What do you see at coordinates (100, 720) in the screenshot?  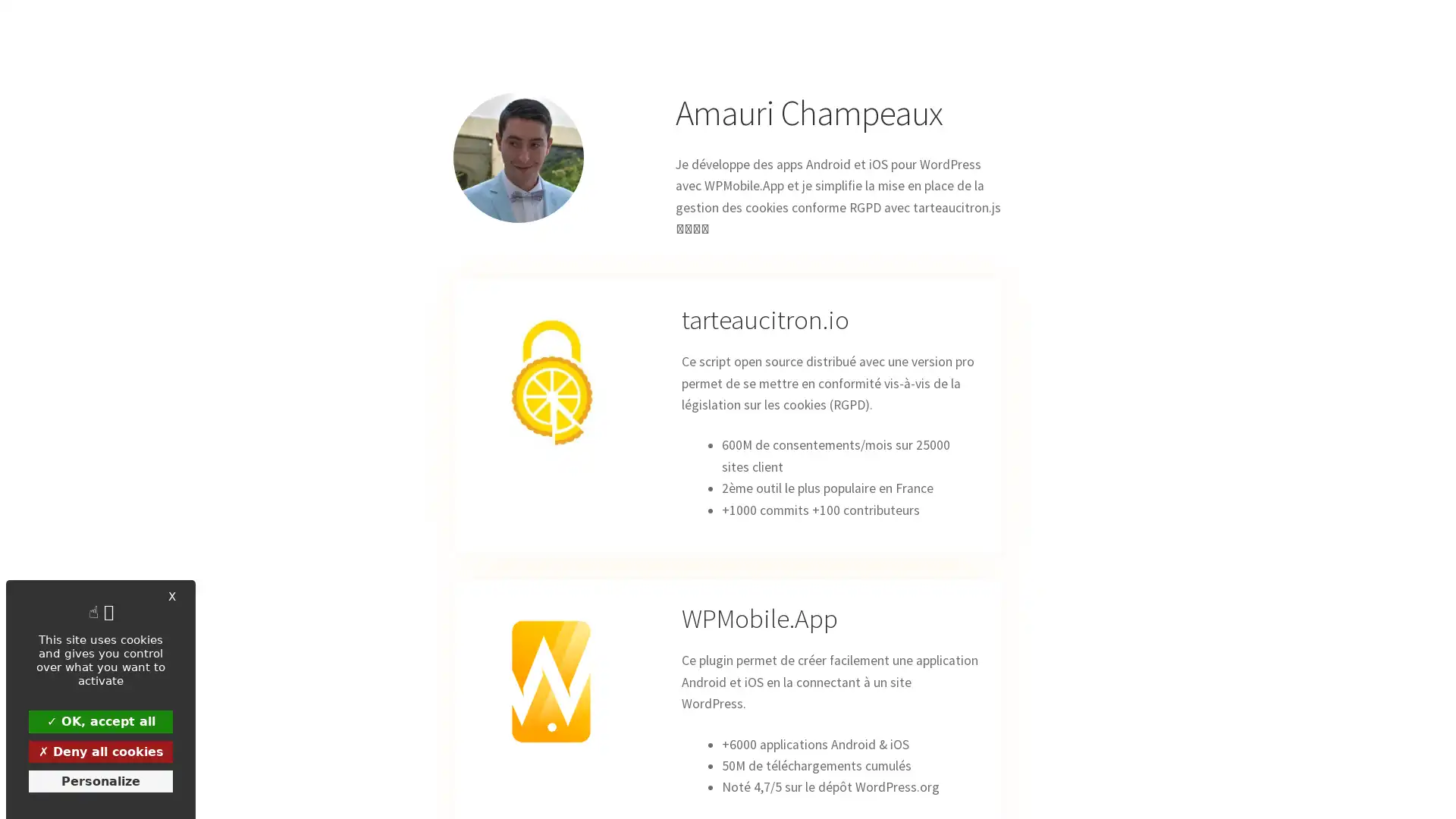 I see `OK, accept all` at bounding box center [100, 720].